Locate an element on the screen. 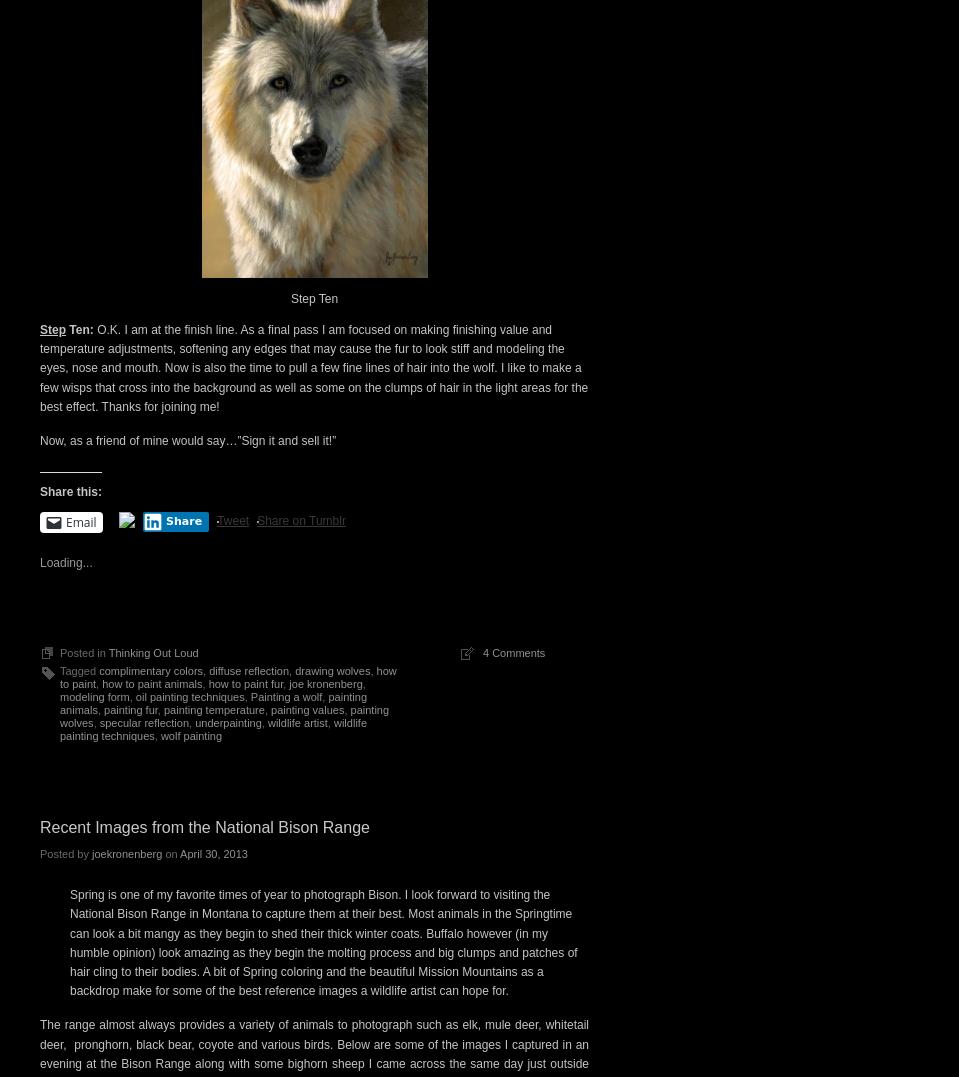 The image size is (959, 1077). 'wildlife painting techniques' is located at coordinates (213, 728).